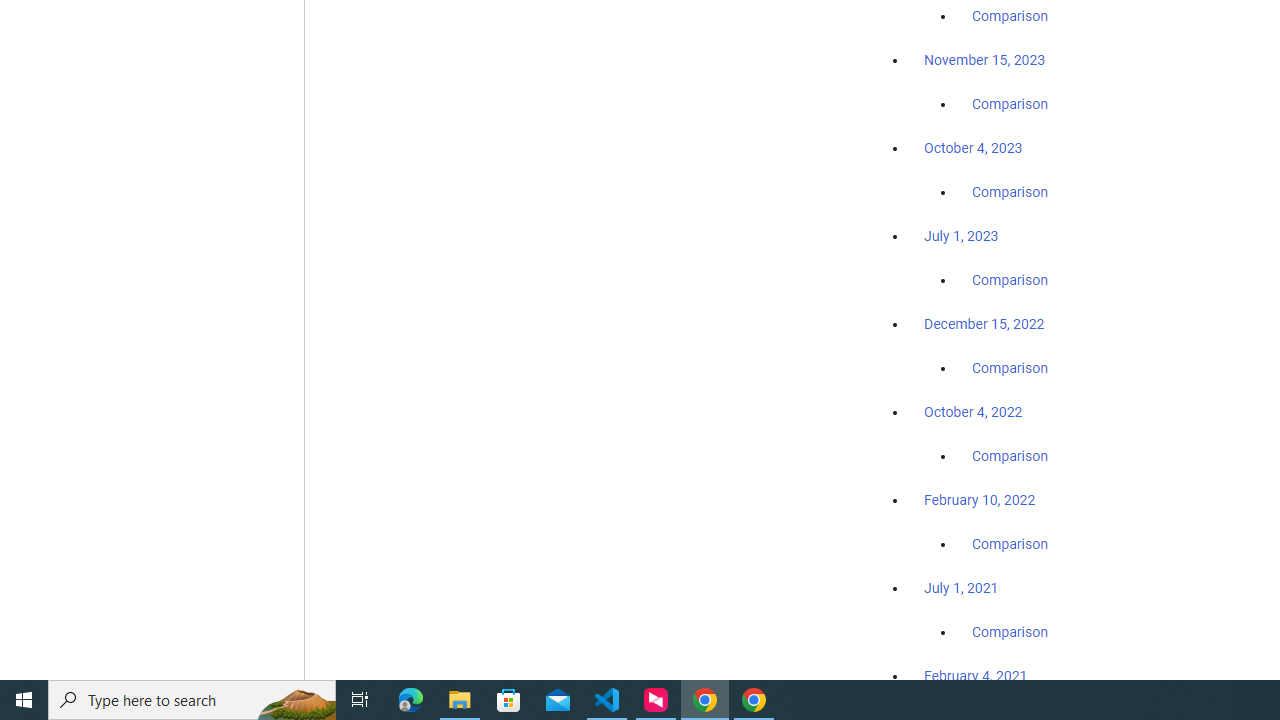 Image resolution: width=1280 pixels, height=720 pixels. Describe the element at coordinates (961, 235) in the screenshot. I see `'July 1, 2023'` at that location.